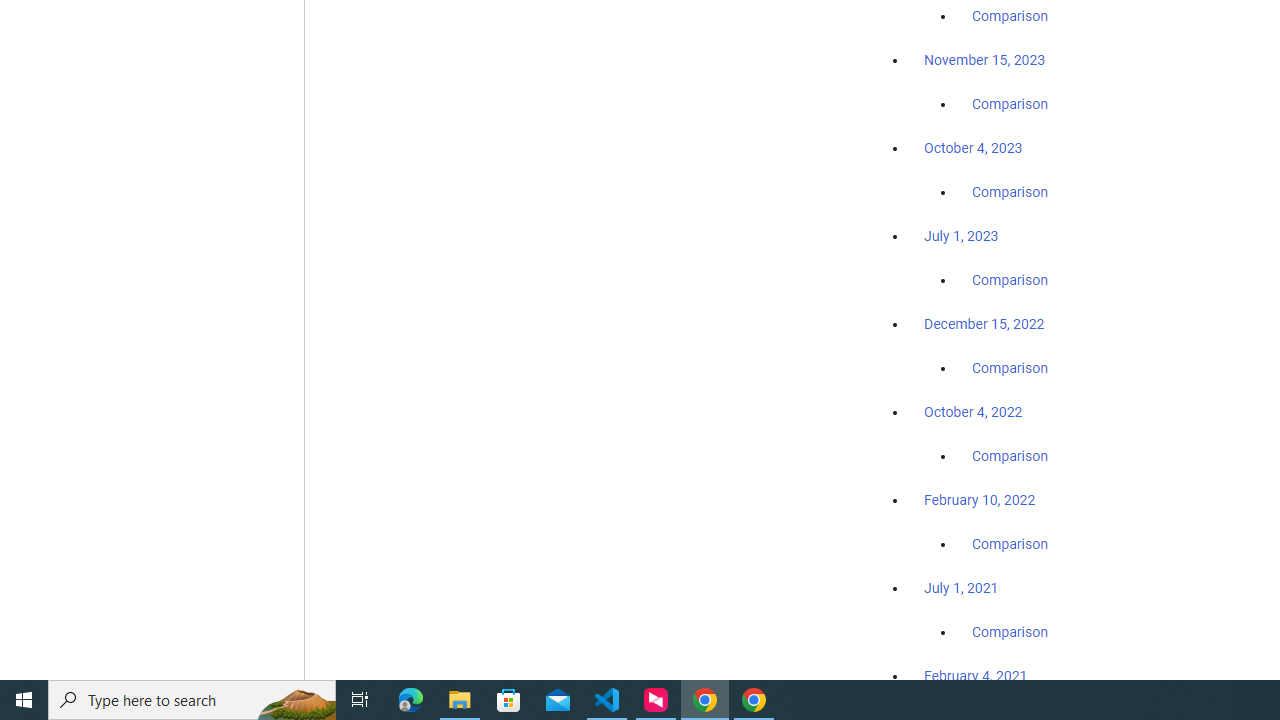 Image resolution: width=1280 pixels, height=720 pixels. Describe the element at coordinates (961, 235) in the screenshot. I see `'July 1, 2023'` at that location.